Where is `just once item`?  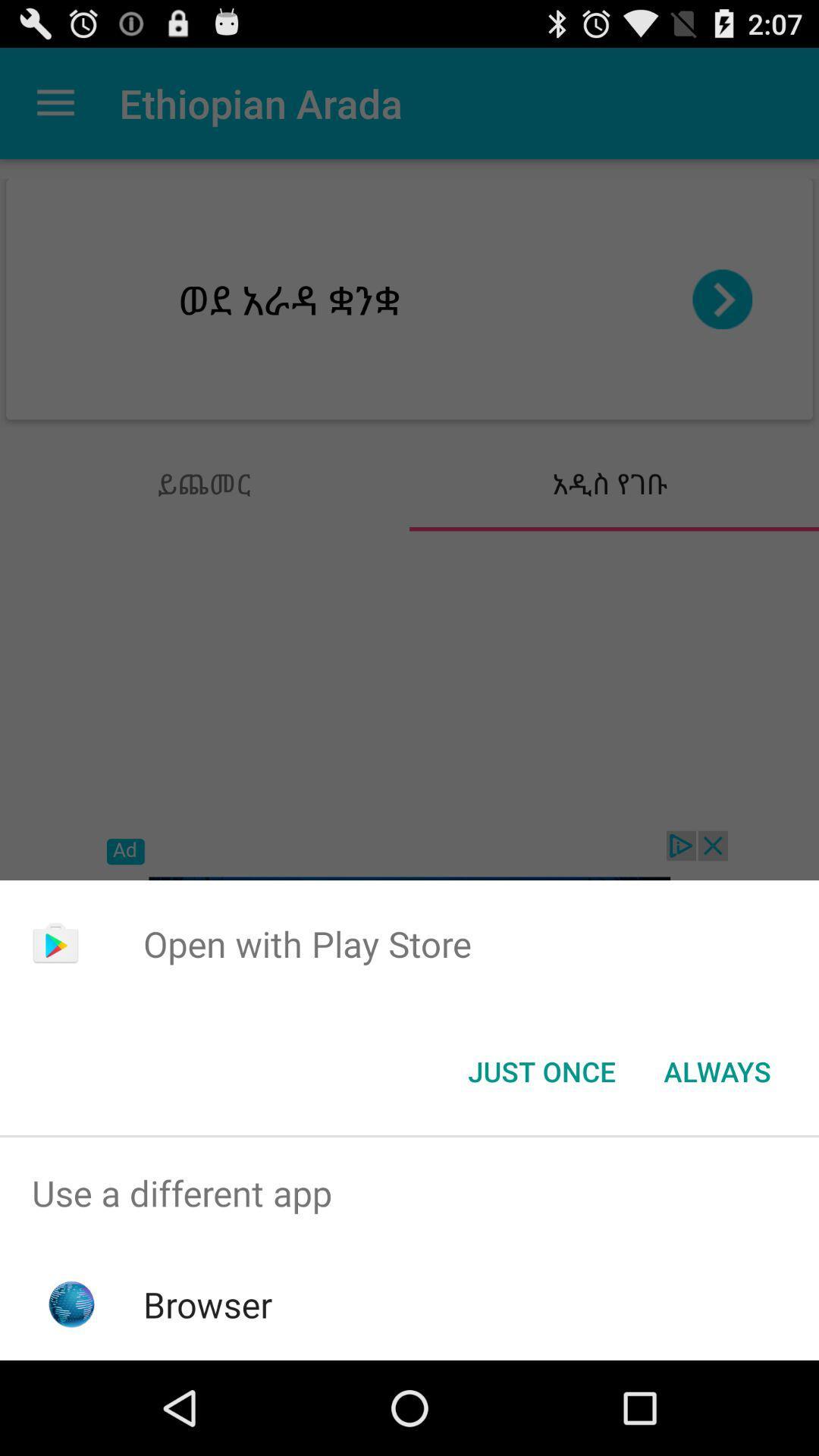
just once item is located at coordinates (541, 1070).